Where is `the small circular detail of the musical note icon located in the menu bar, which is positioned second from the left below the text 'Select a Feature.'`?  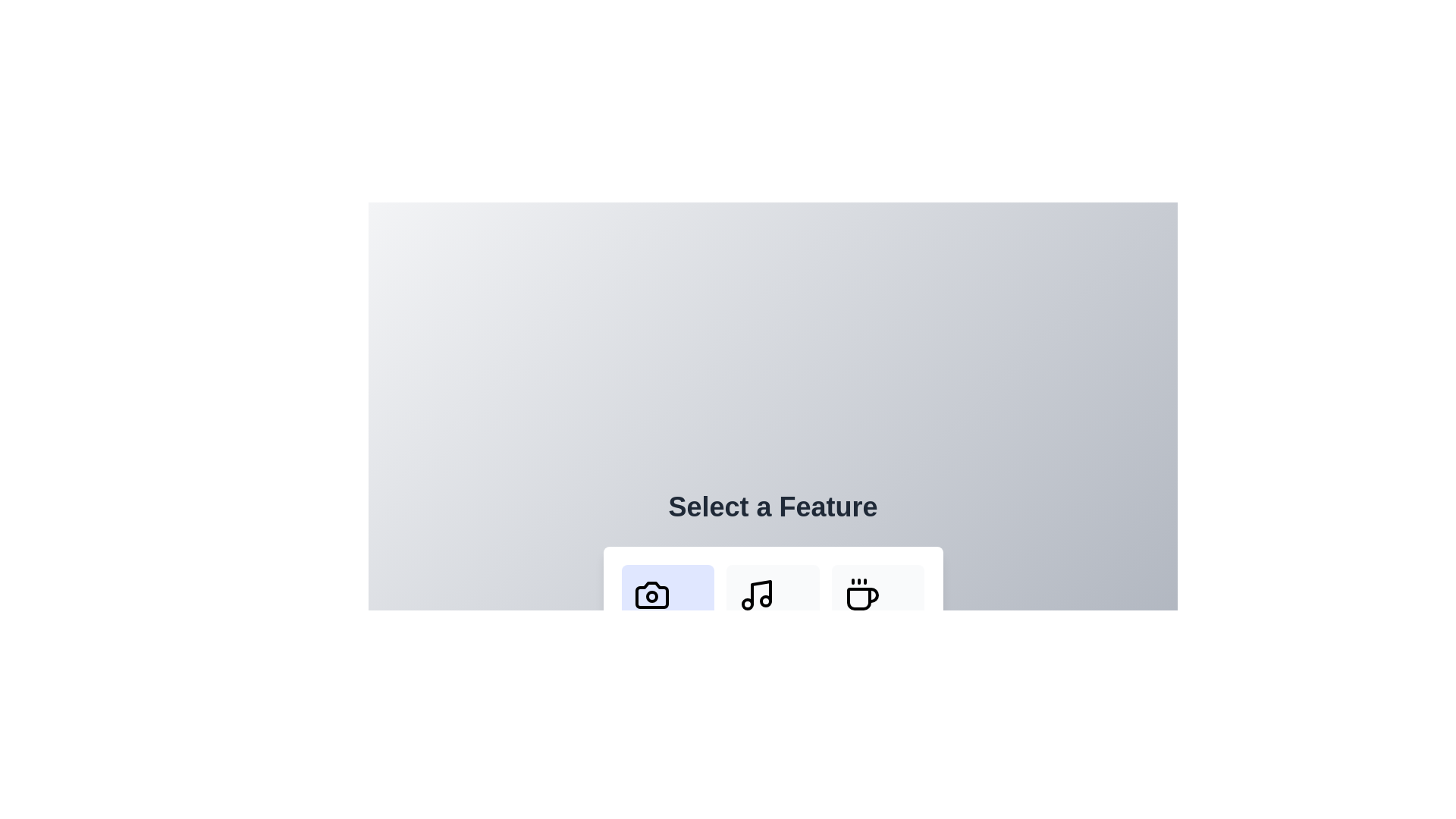 the small circular detail of the musical note icon located in the menu bar, which is positioned second from the left below the text 'Select a Feature.' is located at coordinates (766, 601).